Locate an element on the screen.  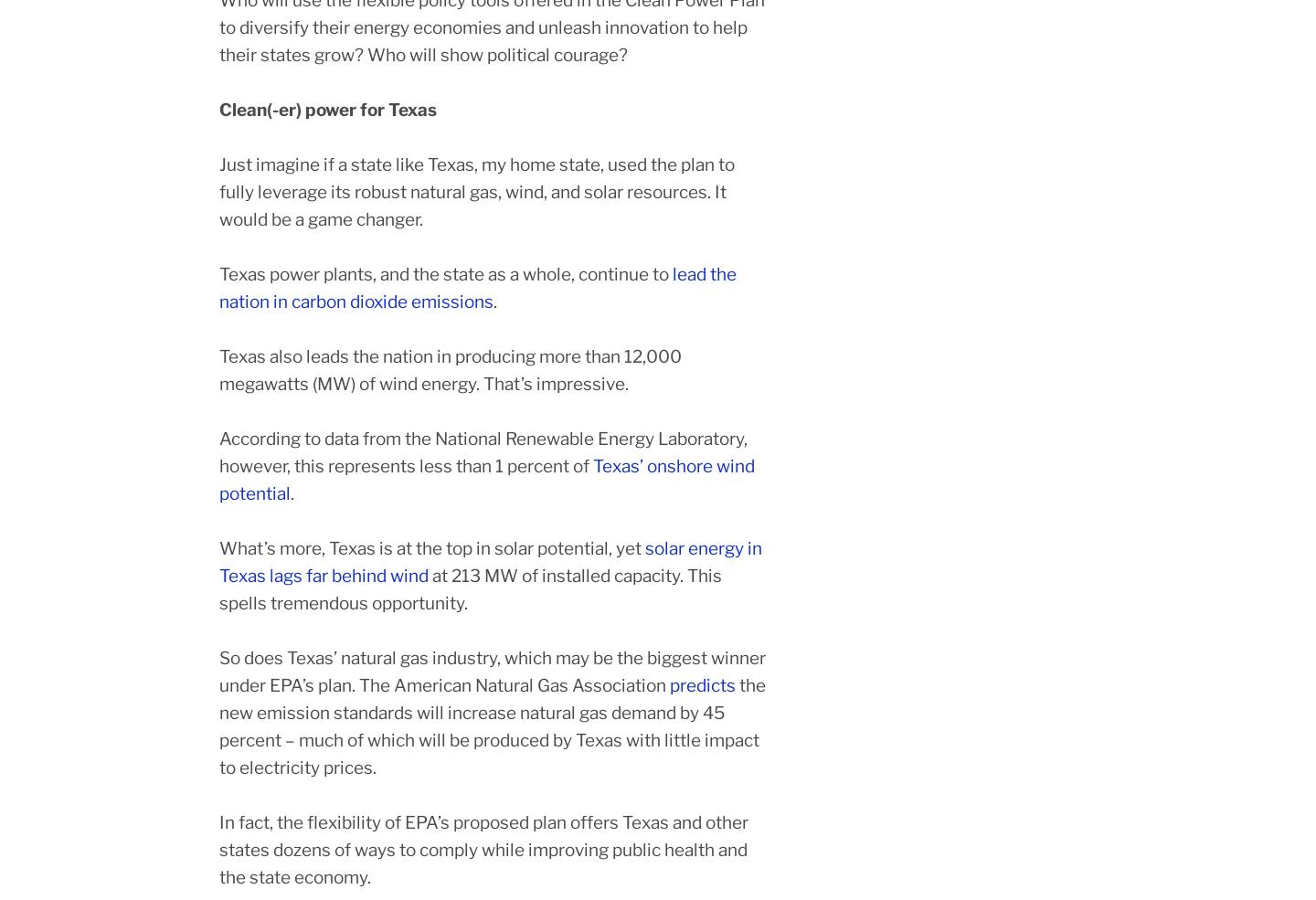
'News and updates' is located at coordinates (789, 680).